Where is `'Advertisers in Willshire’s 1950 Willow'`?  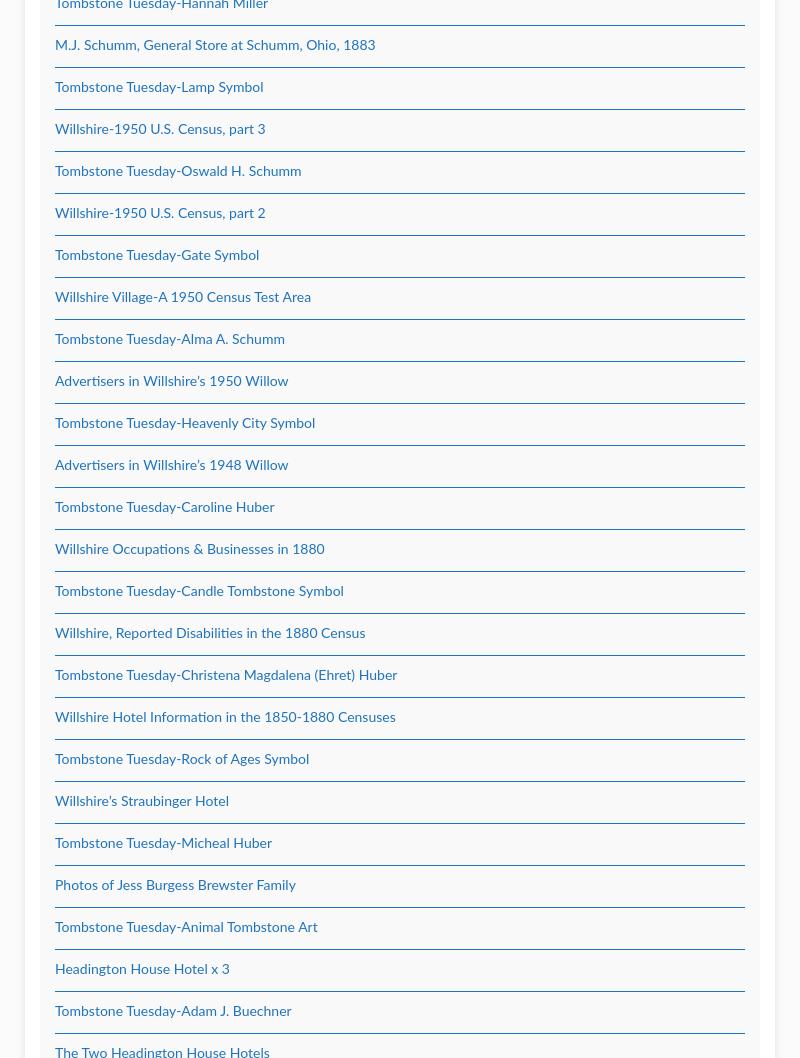
'Advertisers in Willshire’s 1950 Willow' is located at coordinates (170, 382).